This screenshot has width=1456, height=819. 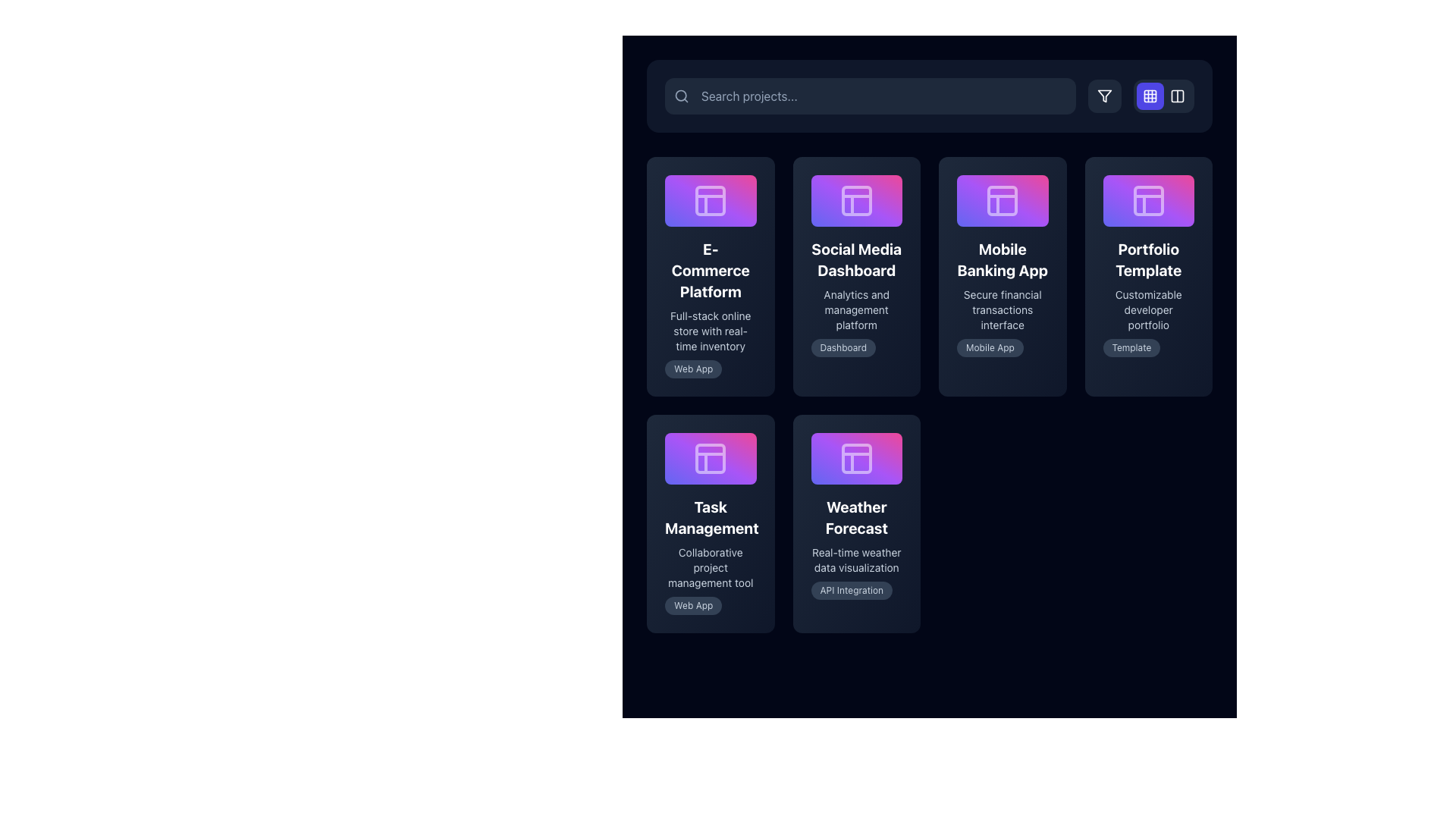 What do you see at coordinates (710, 199) in the screenshot?
I see `the small rectangular graphical icon component with rounded corners located at the center of the header section of the 'E-Commerce Platform' card in the top-left quadrant` at bounding box center [710, 199].